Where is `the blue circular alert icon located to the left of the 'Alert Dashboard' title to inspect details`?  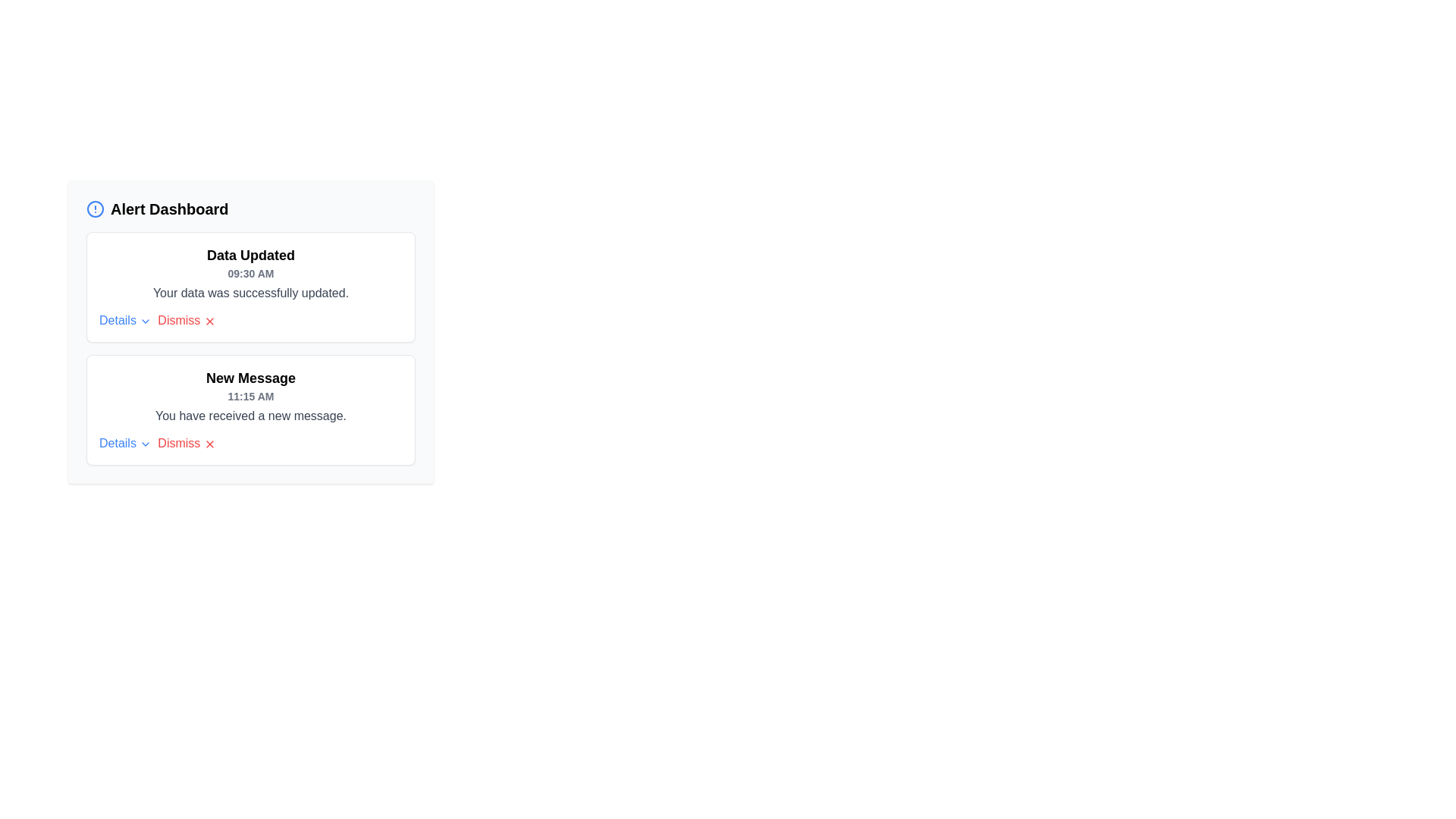 the blue circular alert icon located to the left of the 'Alert Dashboard' title to inspect details is located at coordinates (94, 209).